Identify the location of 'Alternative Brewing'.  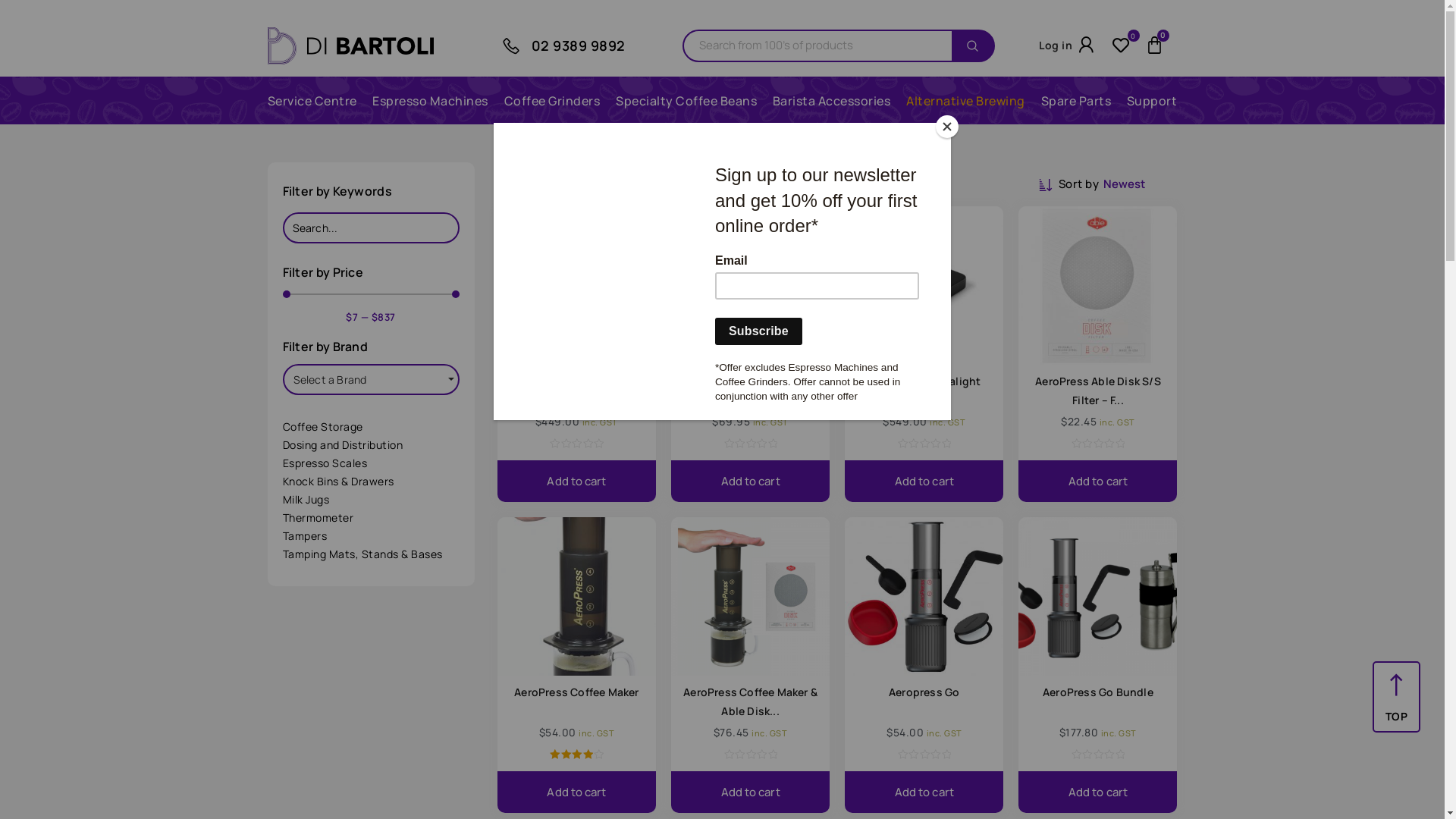
(965, 100).